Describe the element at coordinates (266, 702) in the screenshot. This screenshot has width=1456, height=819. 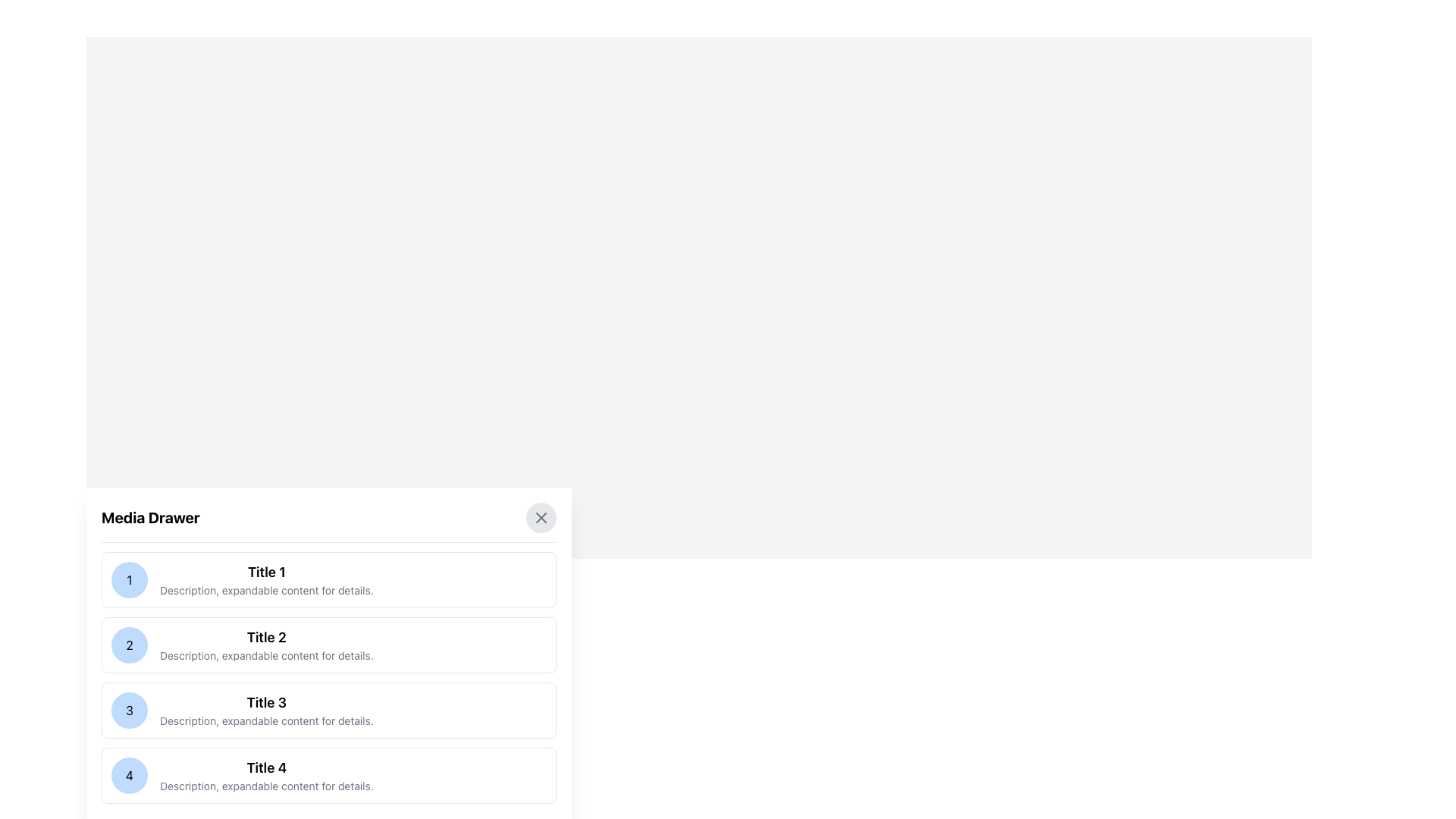
I see `the title text 'Title 3' which is bold and larger, located in the modal 'Media Drawer' above the description of item 3` at that location.